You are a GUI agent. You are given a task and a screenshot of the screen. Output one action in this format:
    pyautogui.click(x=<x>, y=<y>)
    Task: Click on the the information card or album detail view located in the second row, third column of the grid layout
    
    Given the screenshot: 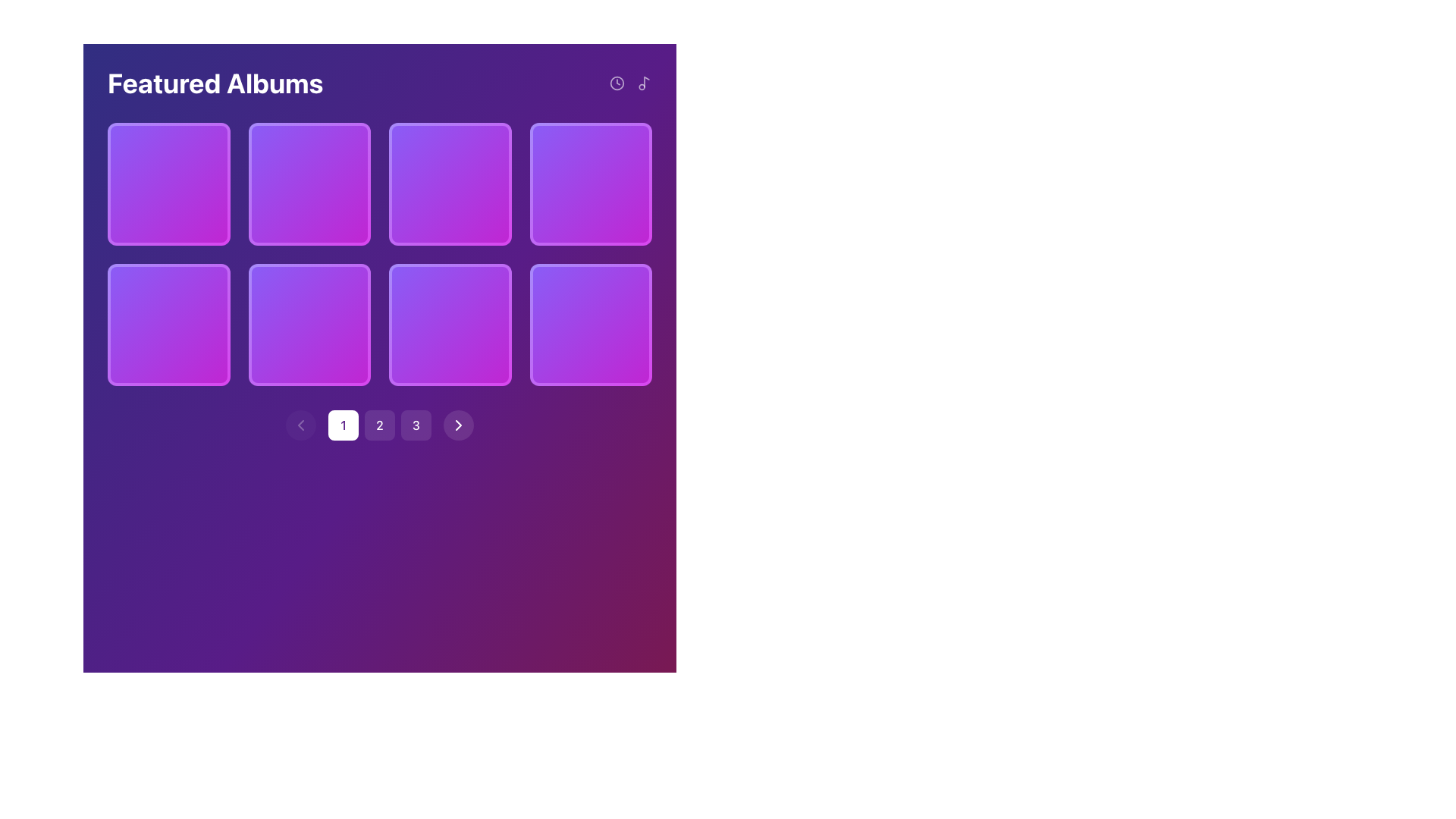 What is the action you would take?
    pyautogui.click(x=449, y=343)
    